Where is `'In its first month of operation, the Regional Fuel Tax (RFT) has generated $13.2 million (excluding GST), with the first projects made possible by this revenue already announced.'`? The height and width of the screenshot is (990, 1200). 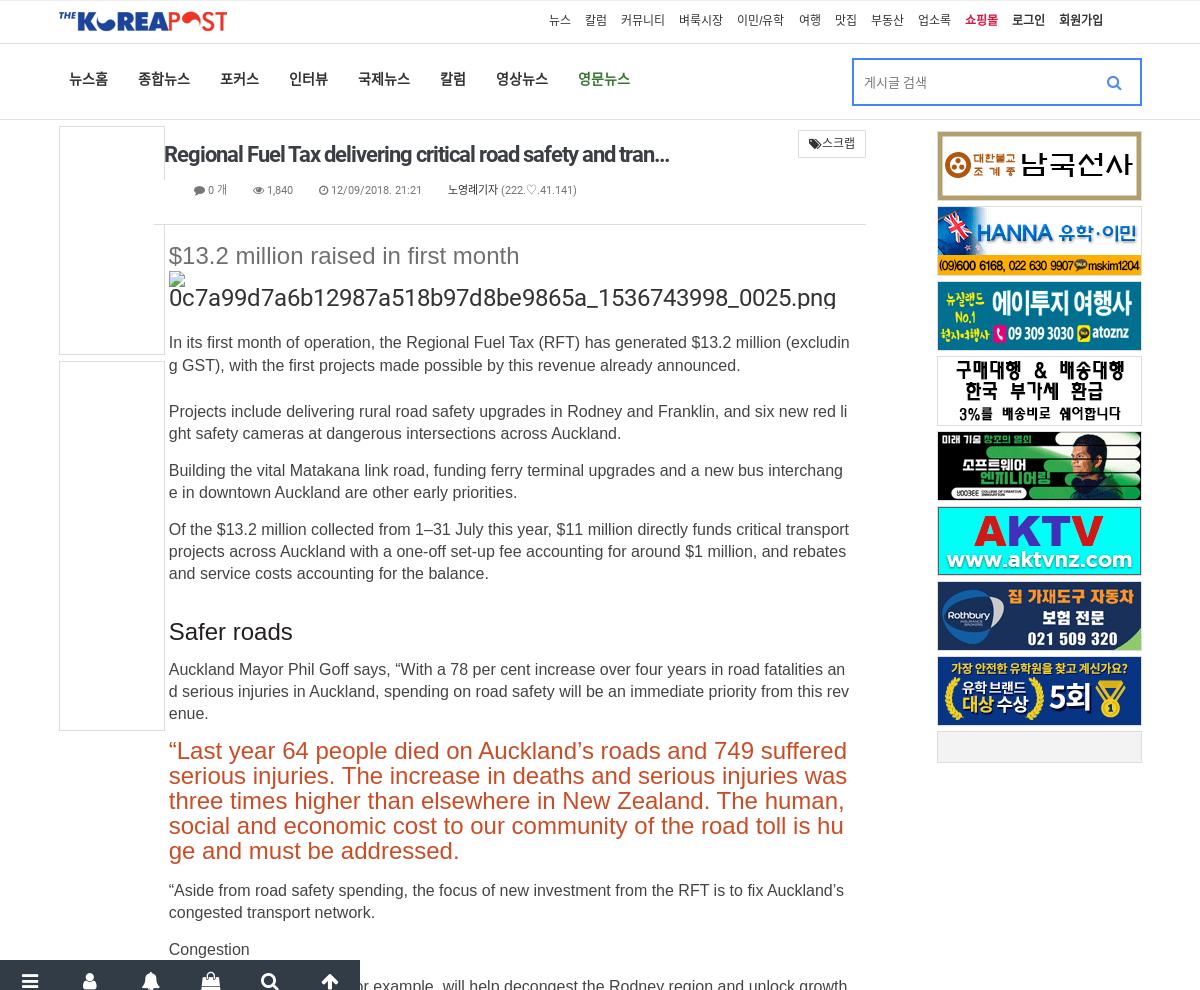
'In its first month of operation, the Regional Fuel Tax (RFT) has generated $13.2 million (excluding GST), with the first projects made possible by this revenue already announced.' is located at coordinates (507, 354).